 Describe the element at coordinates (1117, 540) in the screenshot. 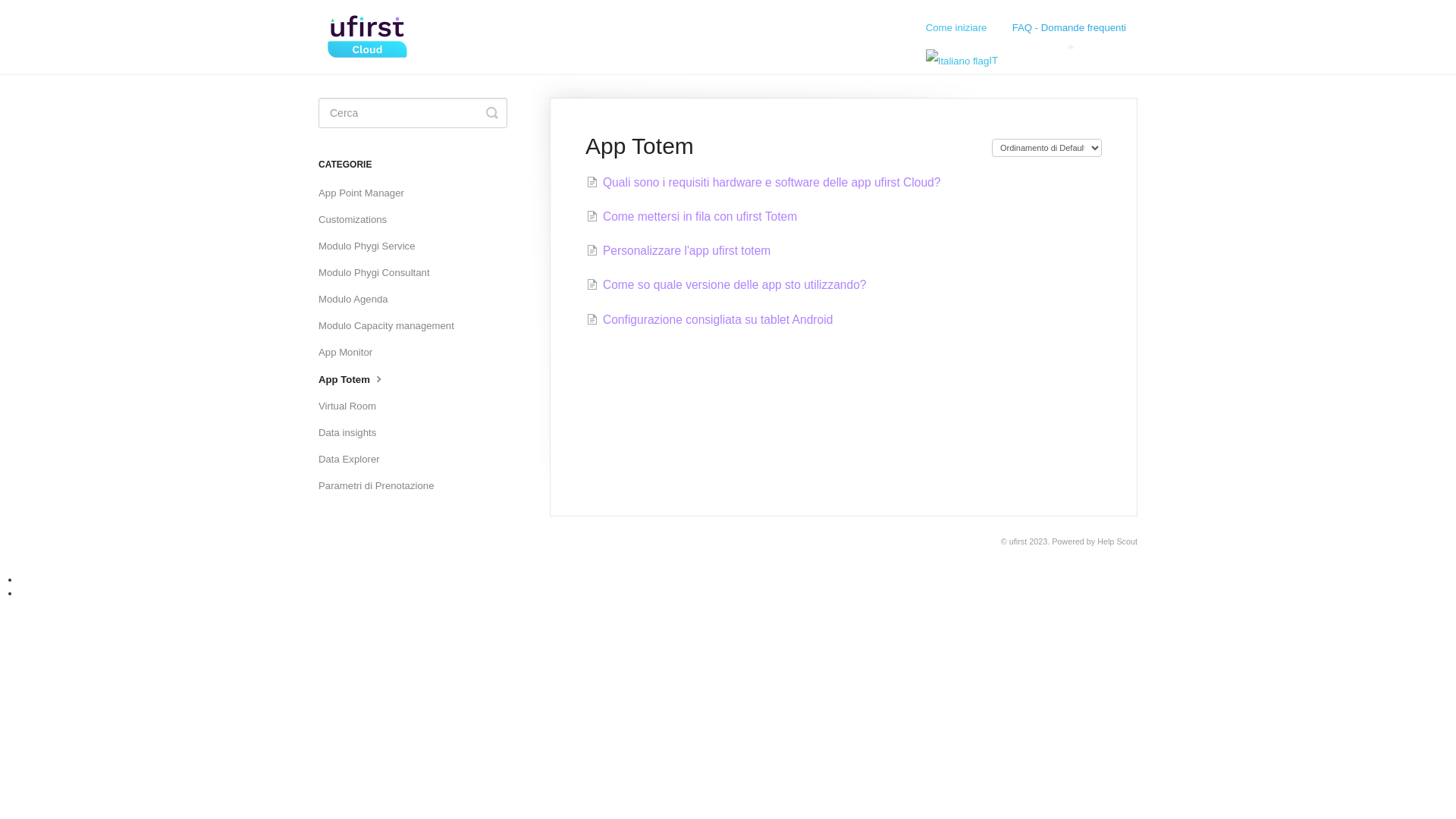

I see `'Help Scout'` at that location.